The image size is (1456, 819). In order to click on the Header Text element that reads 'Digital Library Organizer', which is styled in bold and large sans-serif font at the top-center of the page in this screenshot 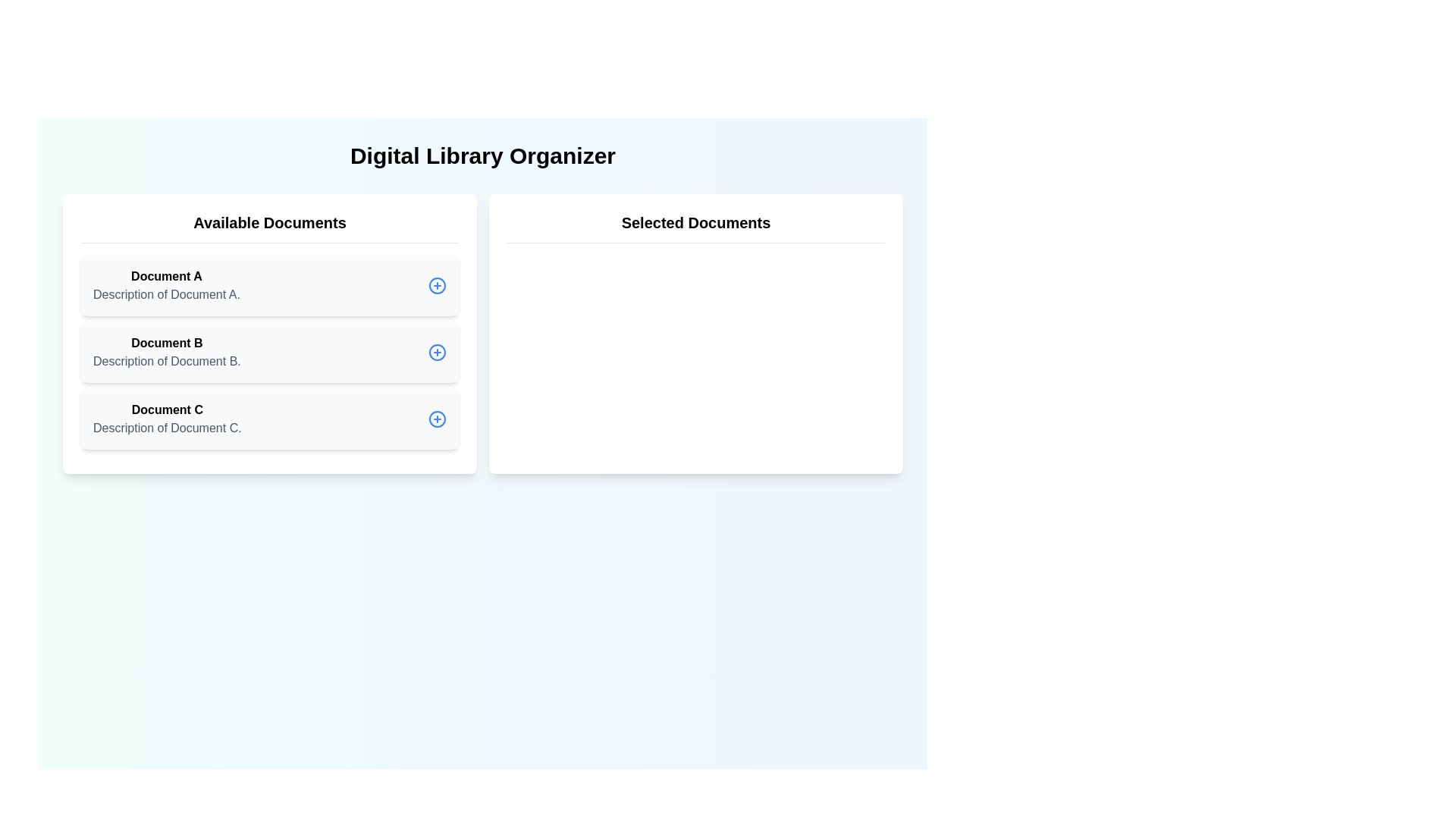, I will do `click(482, 155)`.